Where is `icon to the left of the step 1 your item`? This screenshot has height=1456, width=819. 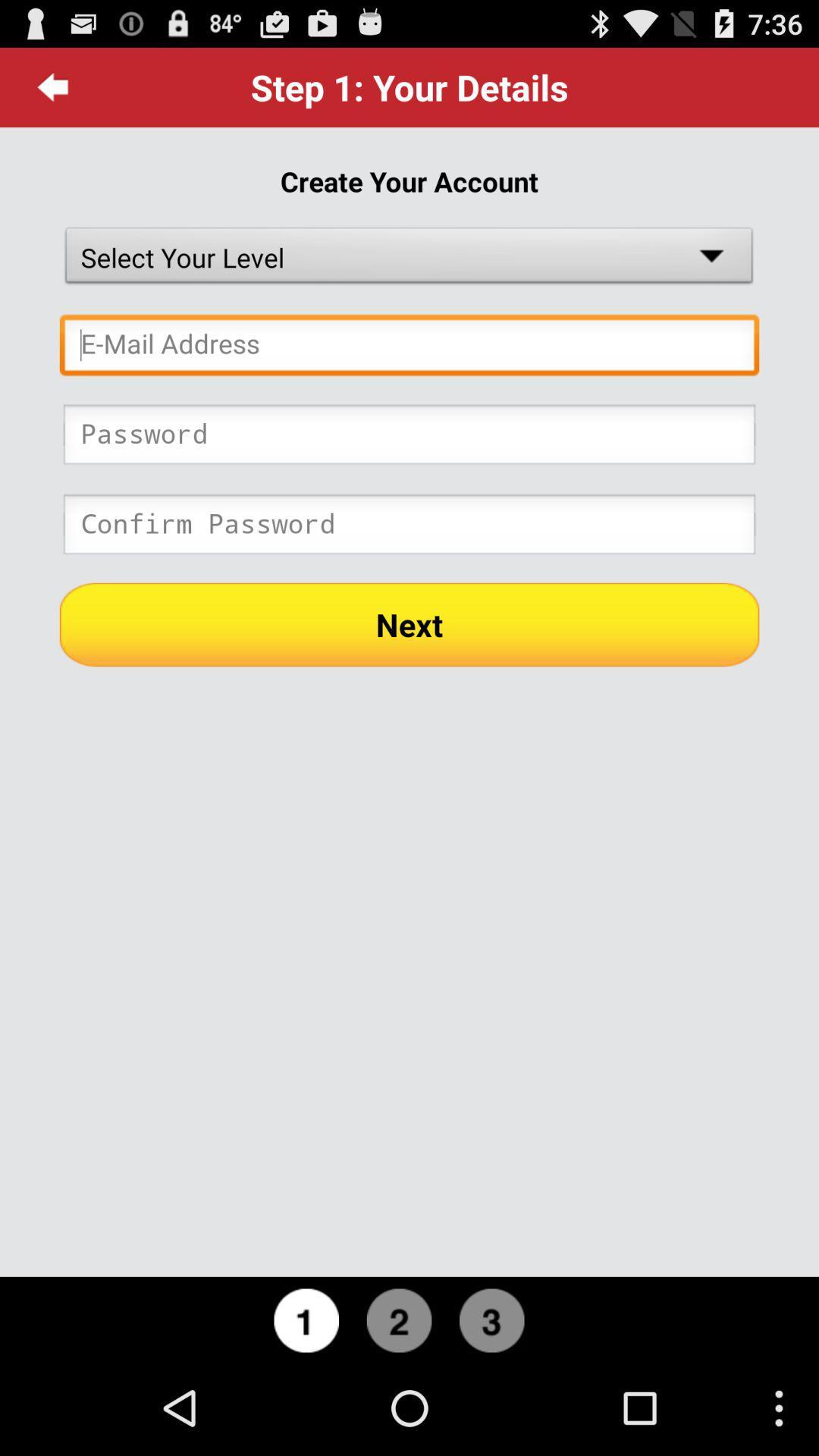
icon to the left of the step 1 your item is located at coordinates (52, 86).